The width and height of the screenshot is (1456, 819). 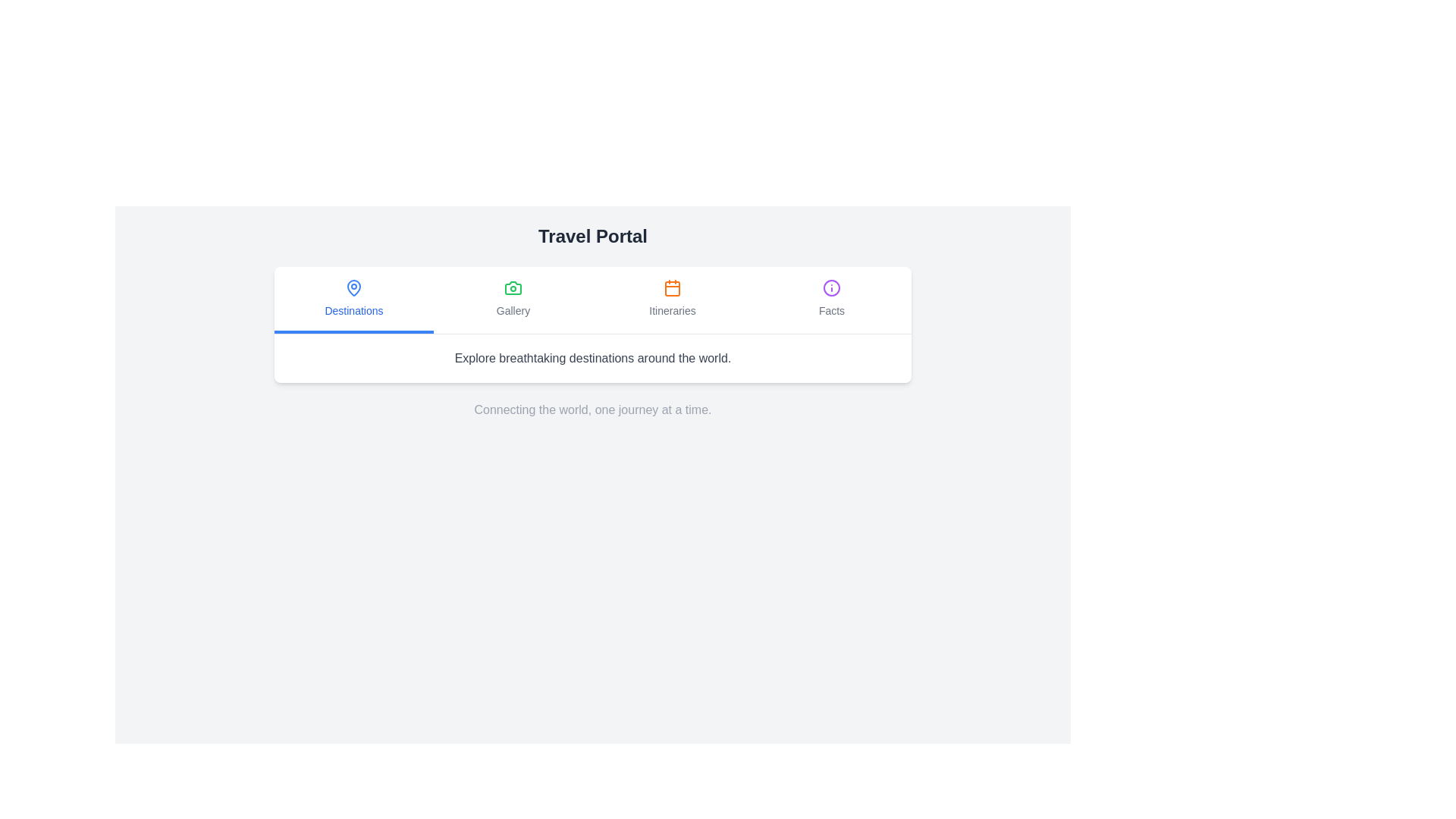 What do you see at coordinates (672, 289) in the screenshot?
I see `the SVG rectangle element that represents the body of the 'Itineraries' calendar icon, which is visually distinguishable due to its central position and design` at bounding box center [672, 289].